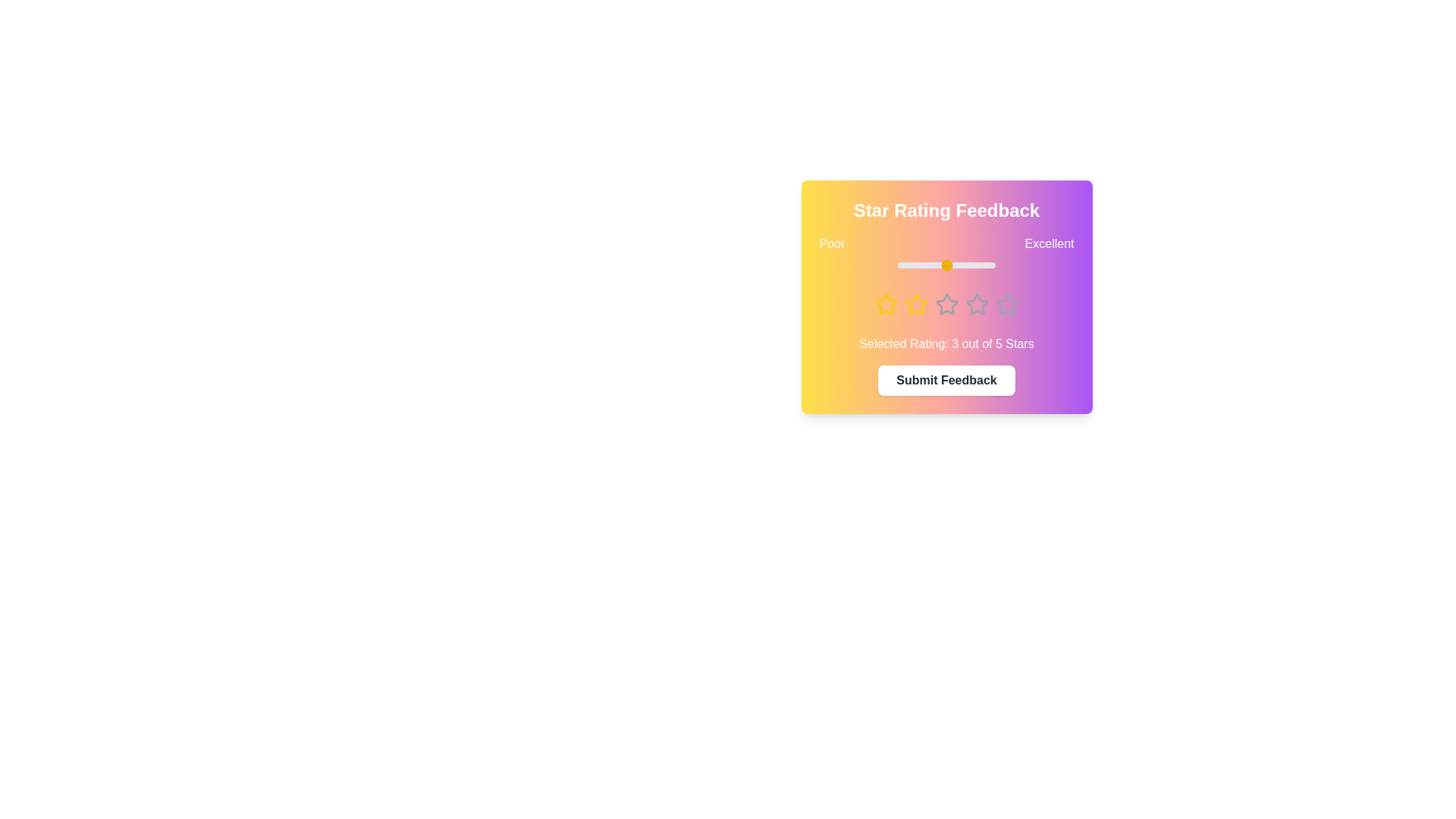 Image resolution: width=1456 pixels, height=819 pixels. What do you see at coordinates (886, 304) in the screenshot?
I see `the star corresponding to the desired rating 1` at bounding box center [886, 304].